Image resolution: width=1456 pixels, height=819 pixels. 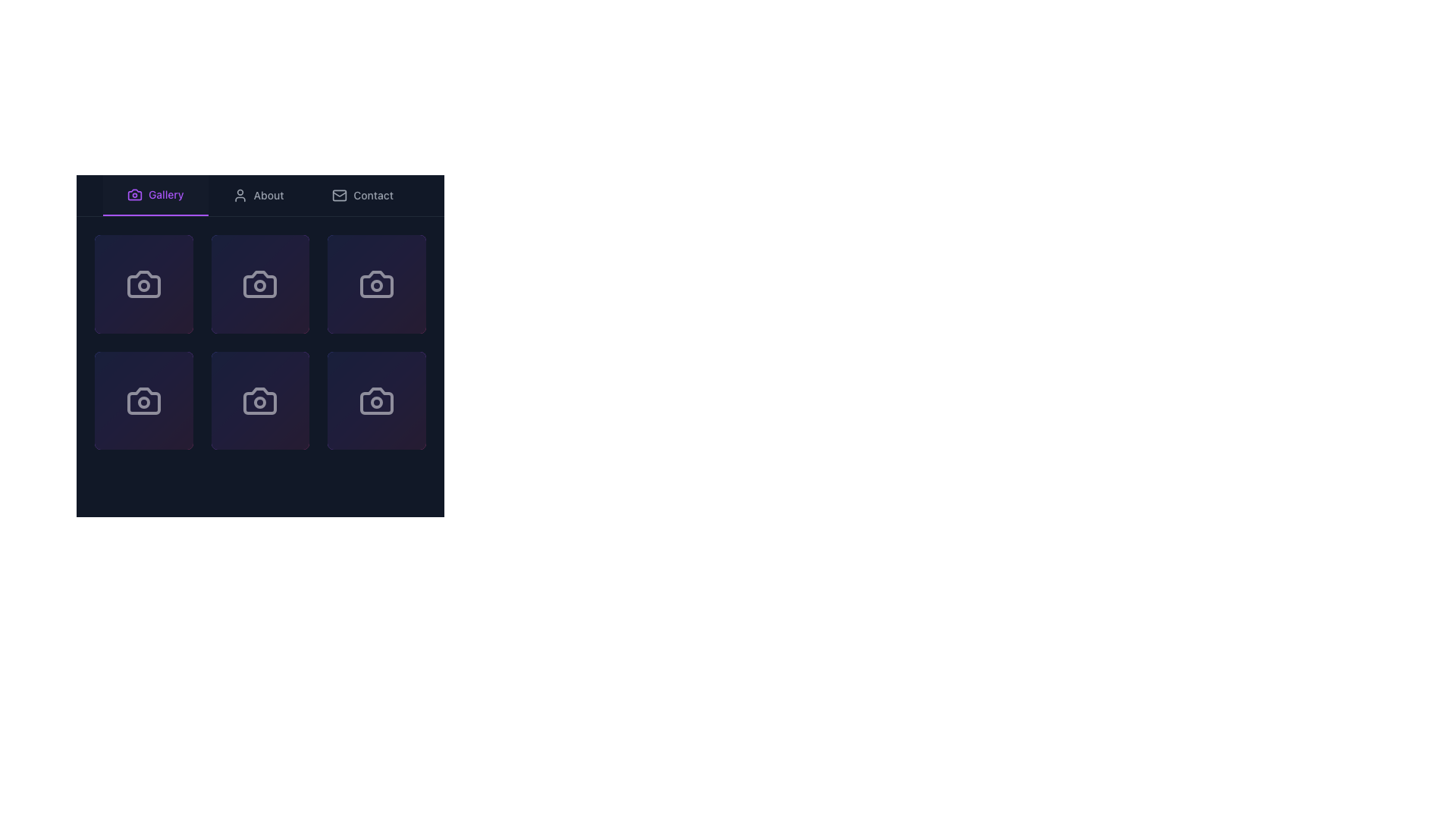 I want to click on the gradient square button with a camera icon, so click(x=143, y=284).